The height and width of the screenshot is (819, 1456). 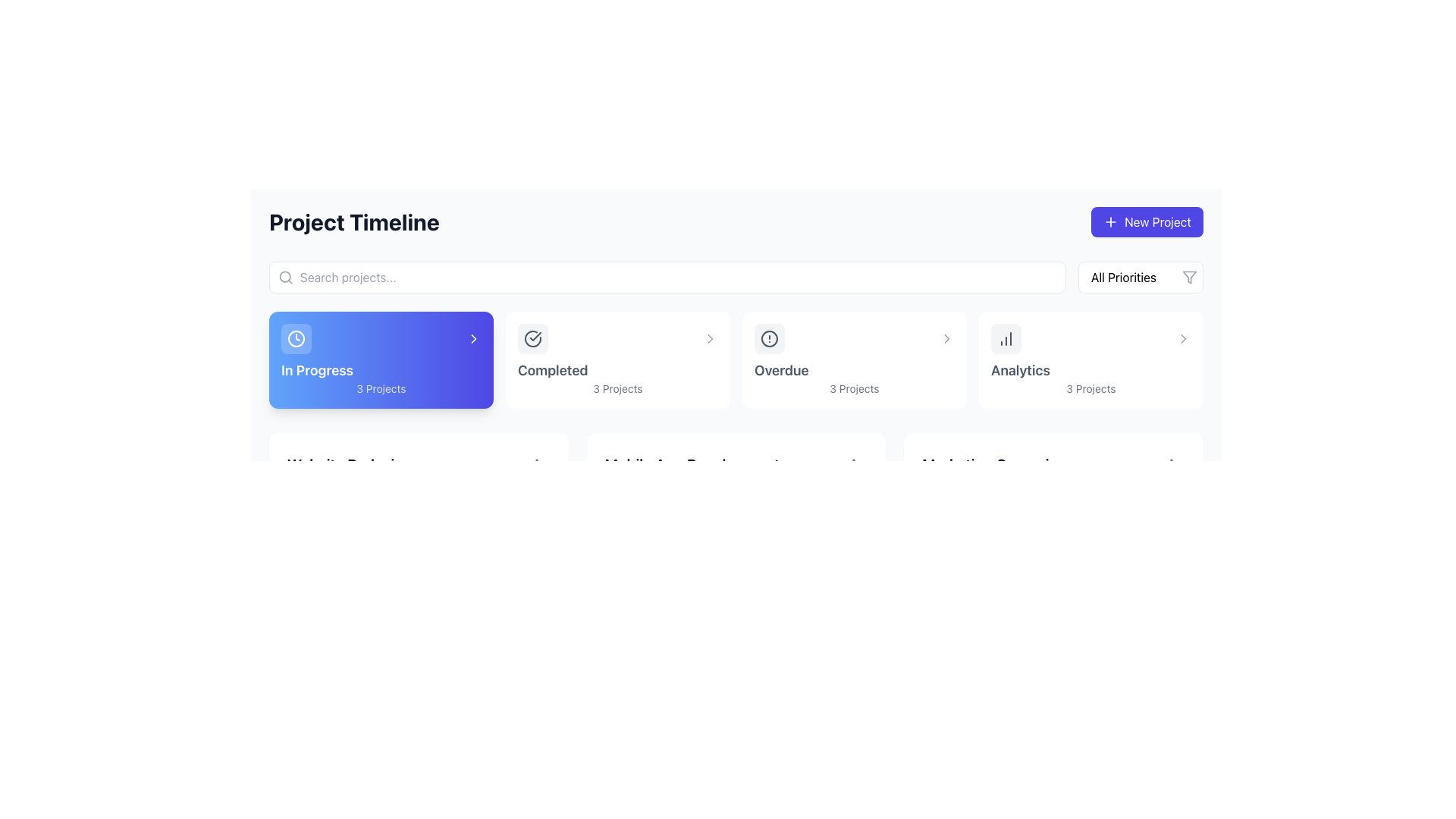 I want to click on the dropdown menu labeled 'All Priorities' using the keyboard, so click(x=1141, y=278).